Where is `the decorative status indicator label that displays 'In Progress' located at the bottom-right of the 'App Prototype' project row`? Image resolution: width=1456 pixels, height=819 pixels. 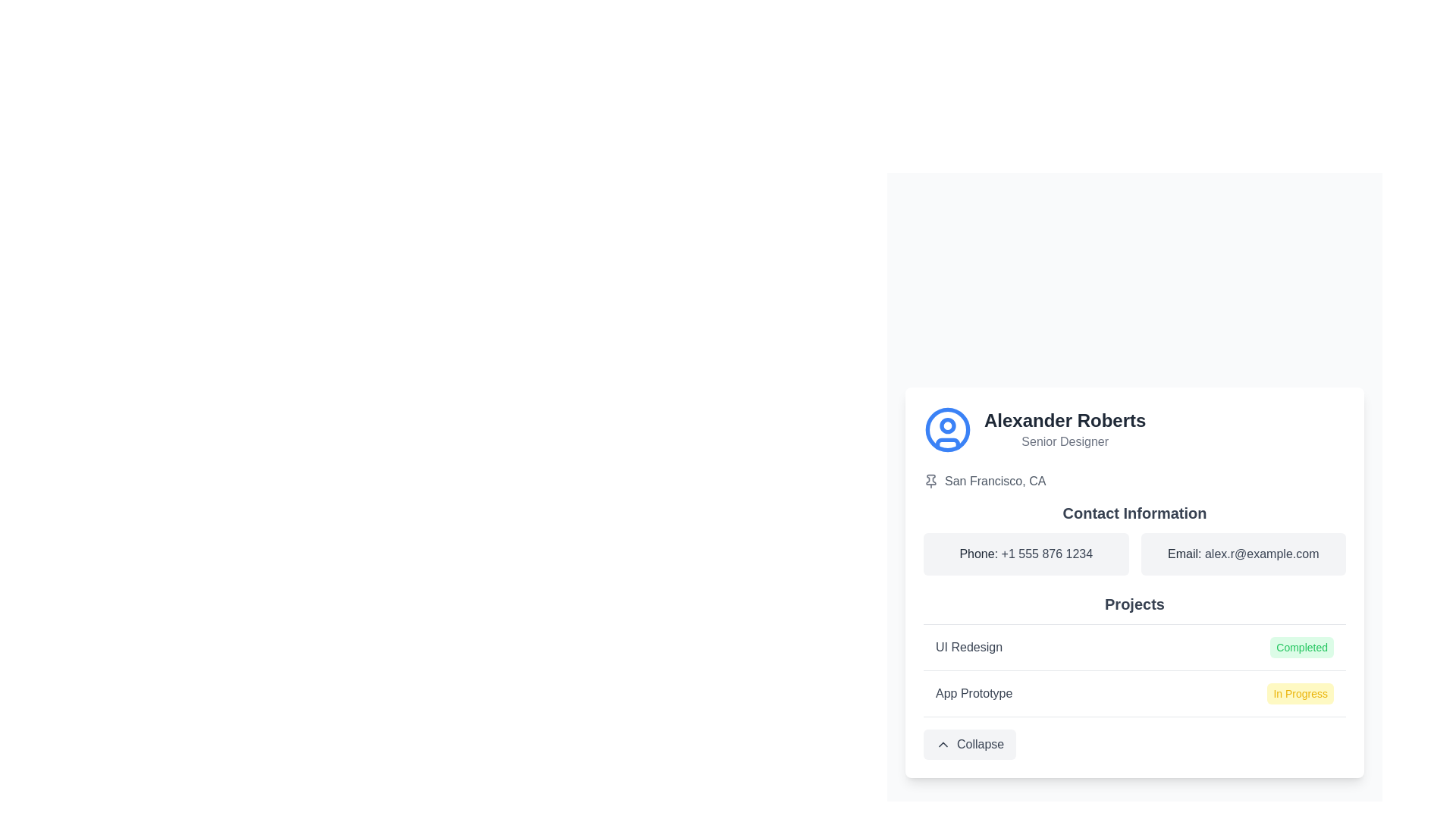
the decorative status indicator label that displays 'In Progress' located at the bottom-right of the 'App Prototype' project row is located at coordinates (1300, 693).